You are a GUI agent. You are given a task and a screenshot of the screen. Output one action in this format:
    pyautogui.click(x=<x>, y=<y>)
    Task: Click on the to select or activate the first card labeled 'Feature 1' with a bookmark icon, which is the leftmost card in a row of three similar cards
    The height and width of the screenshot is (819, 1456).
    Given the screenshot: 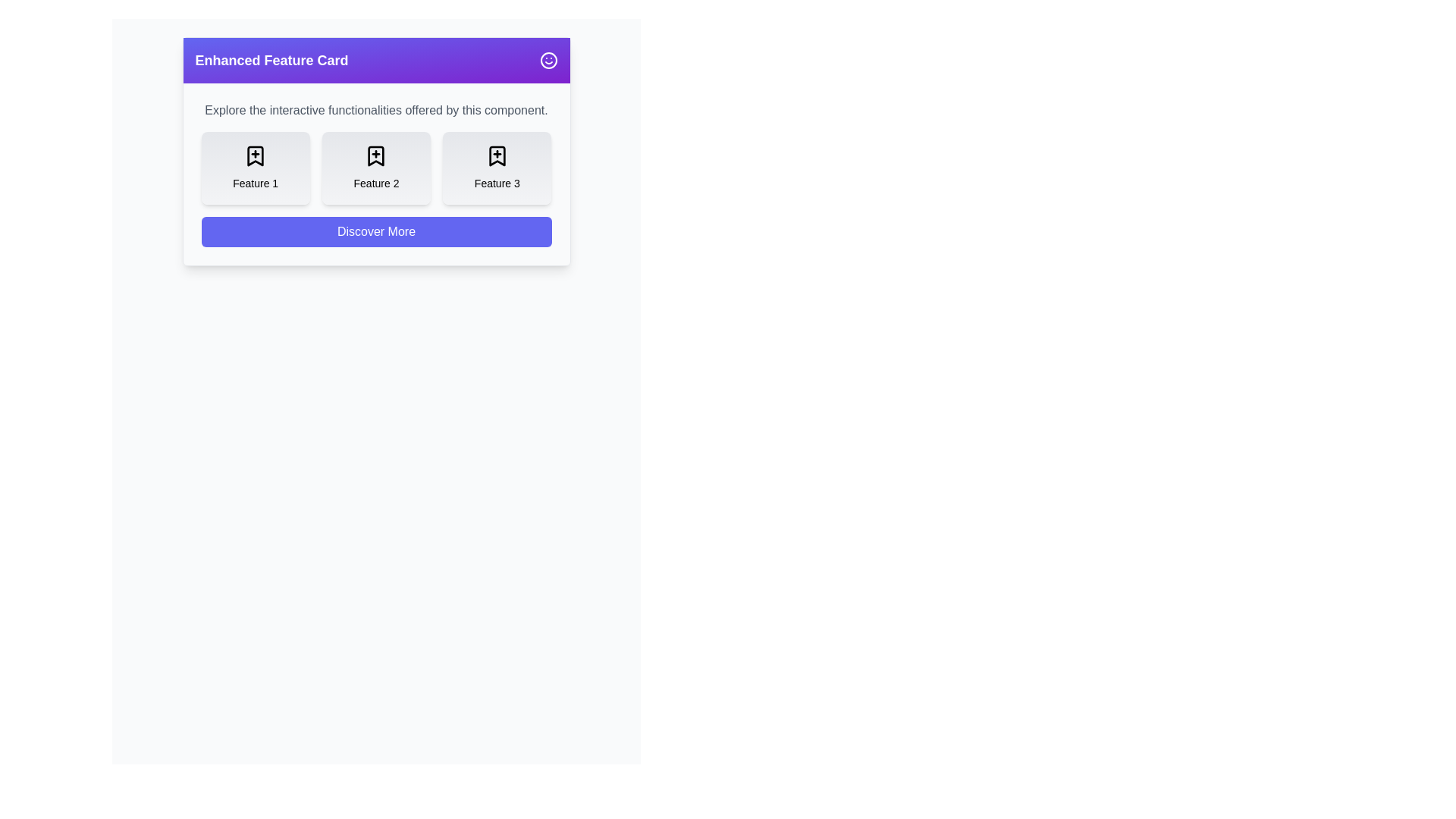 What is the action you would take?
    pyautogui.click(x=256, y=168)
    